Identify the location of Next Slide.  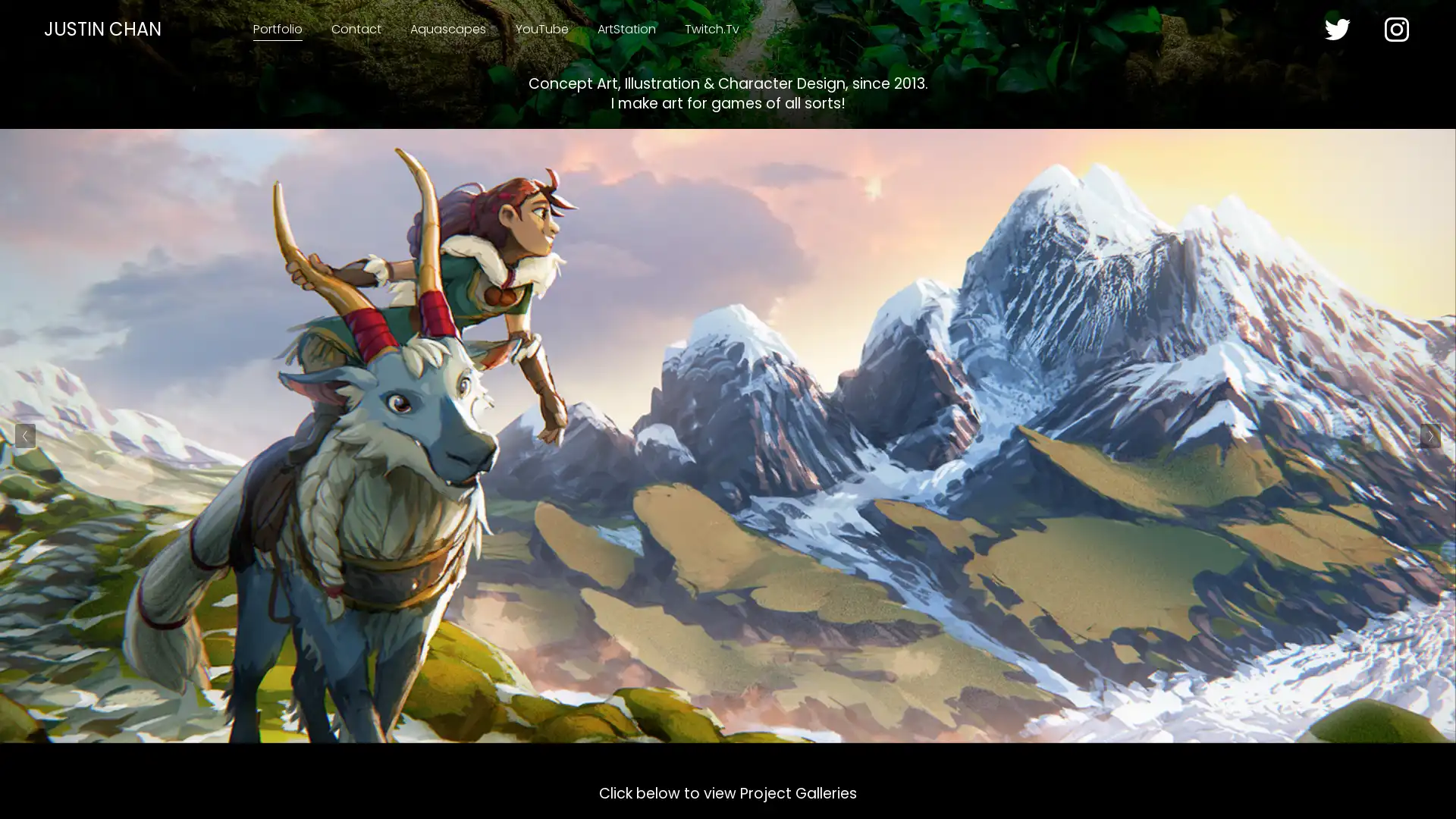
(1429, 435).